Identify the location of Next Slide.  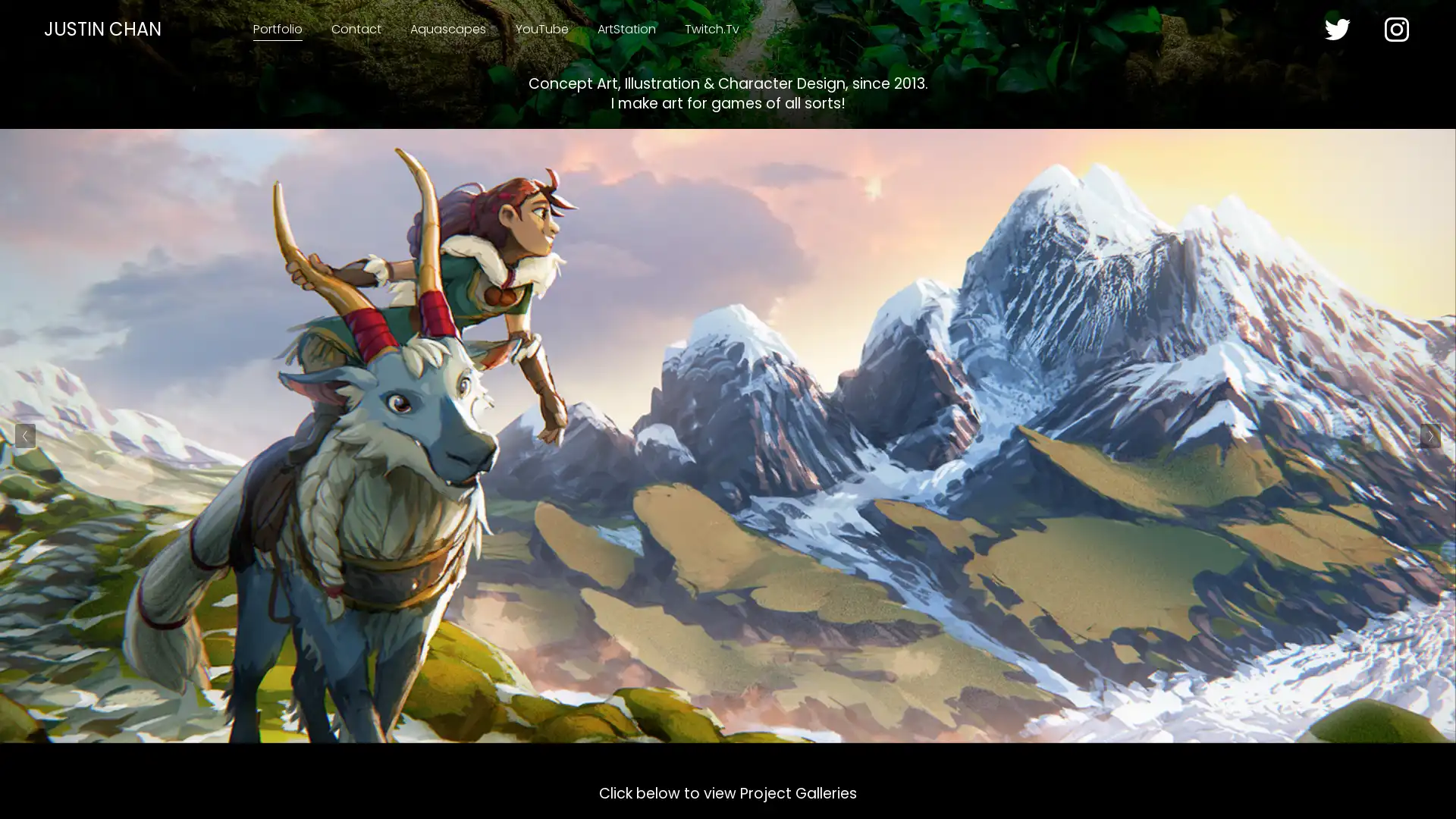
(1429, 435).